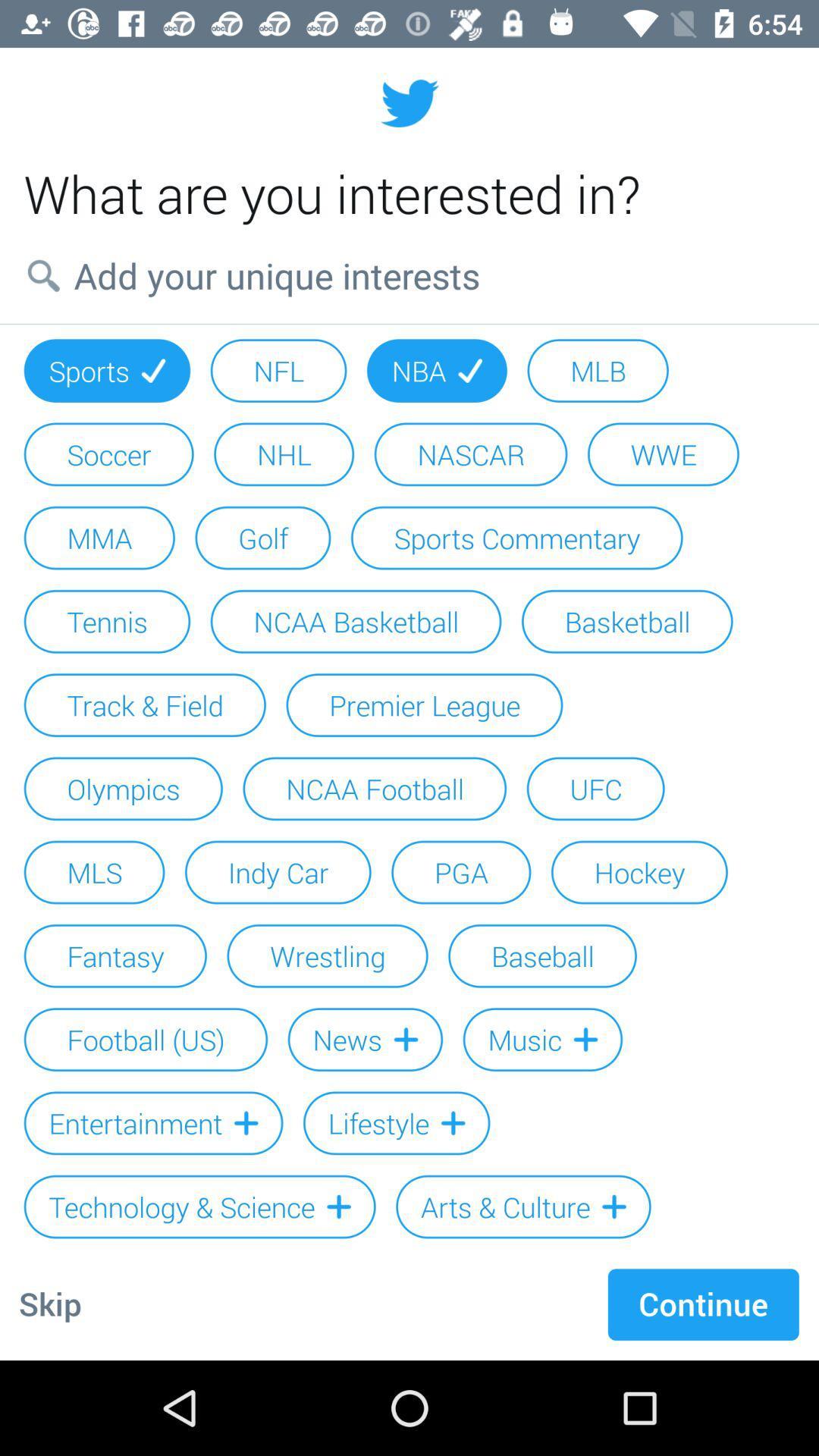 This screenshot has width=819, height=1456. What do you see at coordinates (122, 789) in the screenshot?
I see `olympics` at bounding box center [122, 789].